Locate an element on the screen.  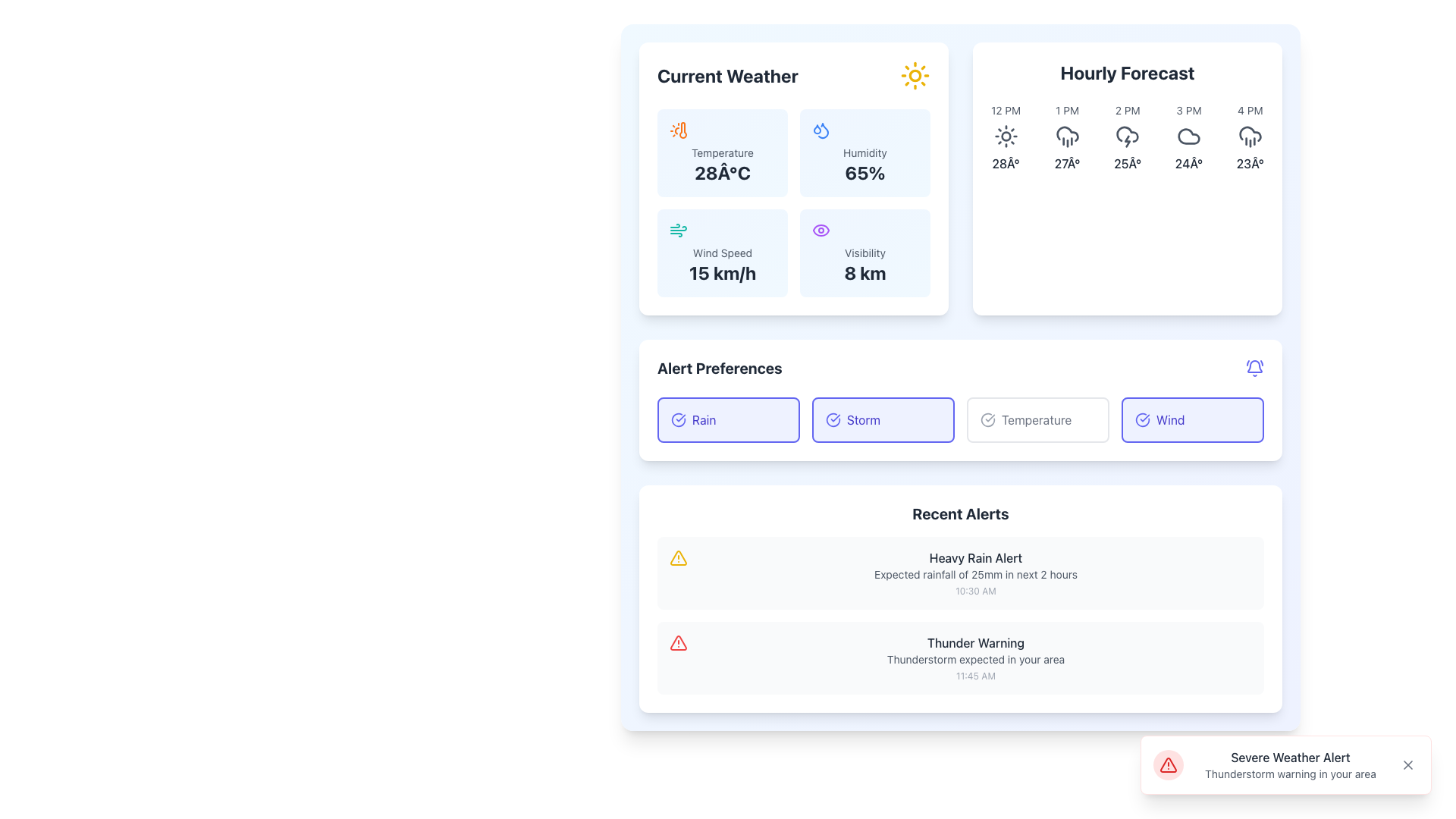
the wind icon in the 'Wind Speed' section of the 'Current Weather' panel, which is teal with rounded strokes and consists of three curving lines is located at coordinates (677, 231).